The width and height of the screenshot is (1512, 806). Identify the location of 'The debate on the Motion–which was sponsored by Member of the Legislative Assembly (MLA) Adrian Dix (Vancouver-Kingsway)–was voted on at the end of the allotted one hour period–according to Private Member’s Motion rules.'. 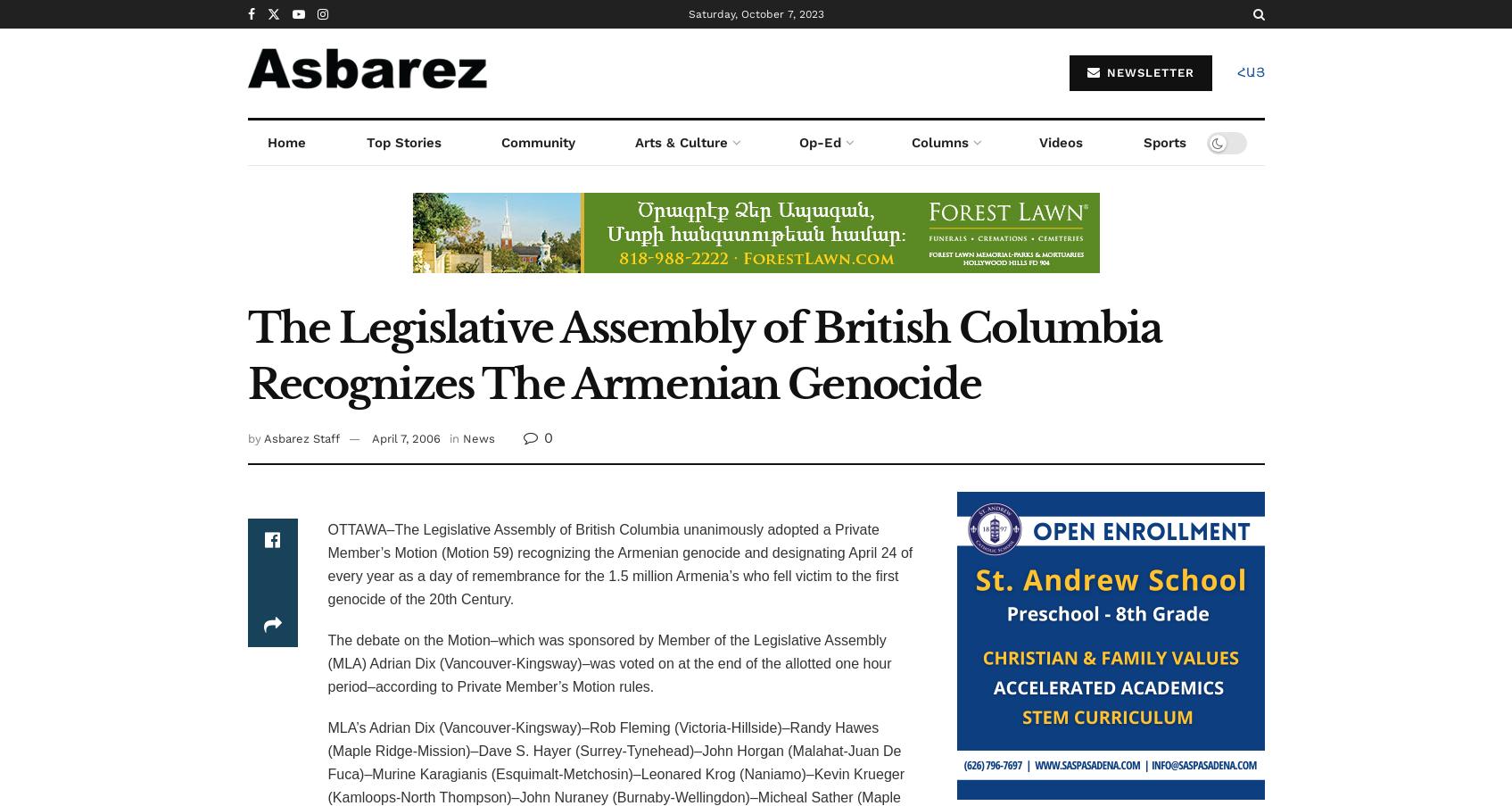
(608, 662).